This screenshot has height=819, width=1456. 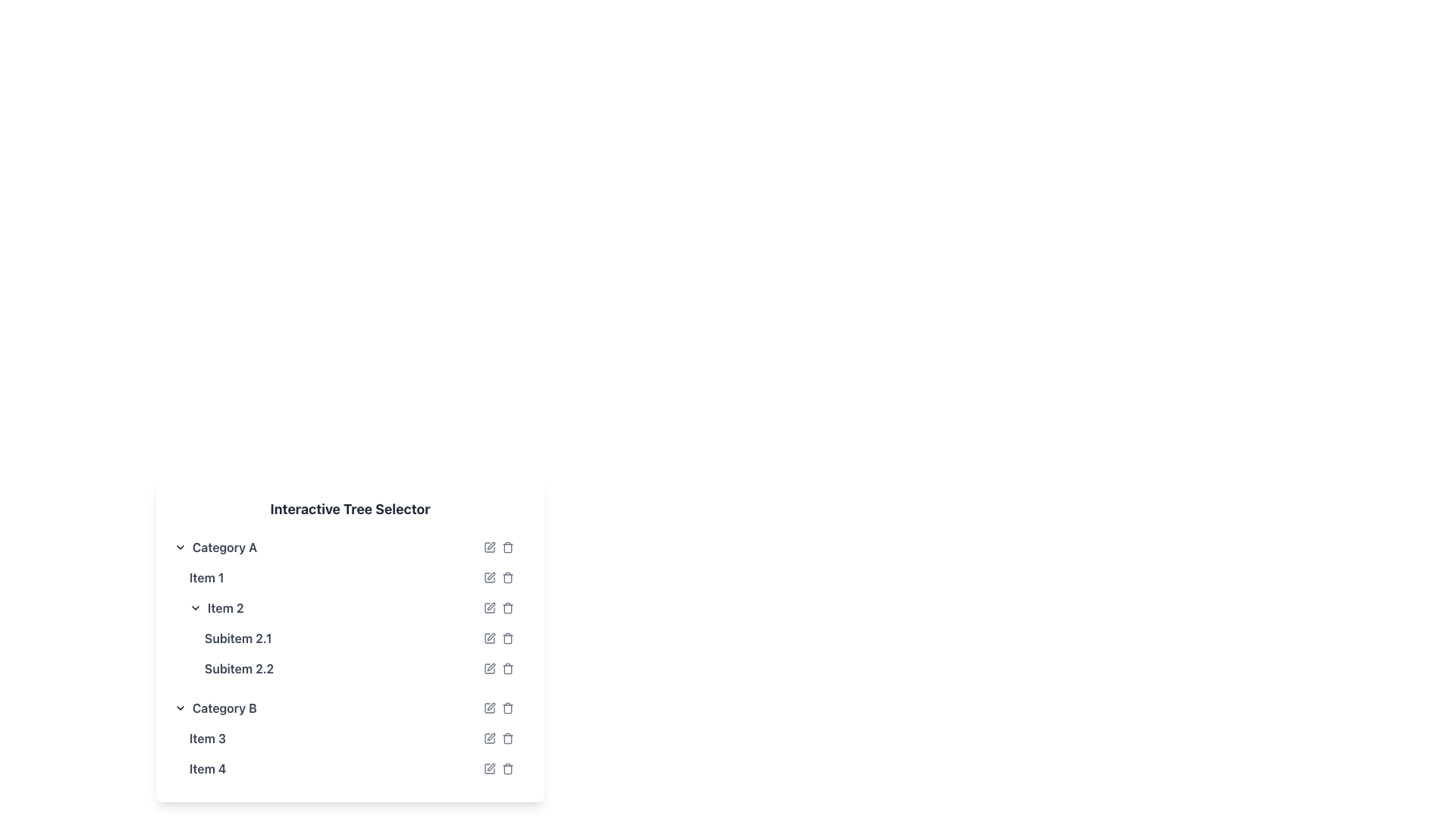 What do you see at coordinates (490, 547) in the screenshot?
I see `the left segment of the pen drawing a square icon located to the right of the 'Category A' label in the tree selector interface` at bounding box center [490, 547].